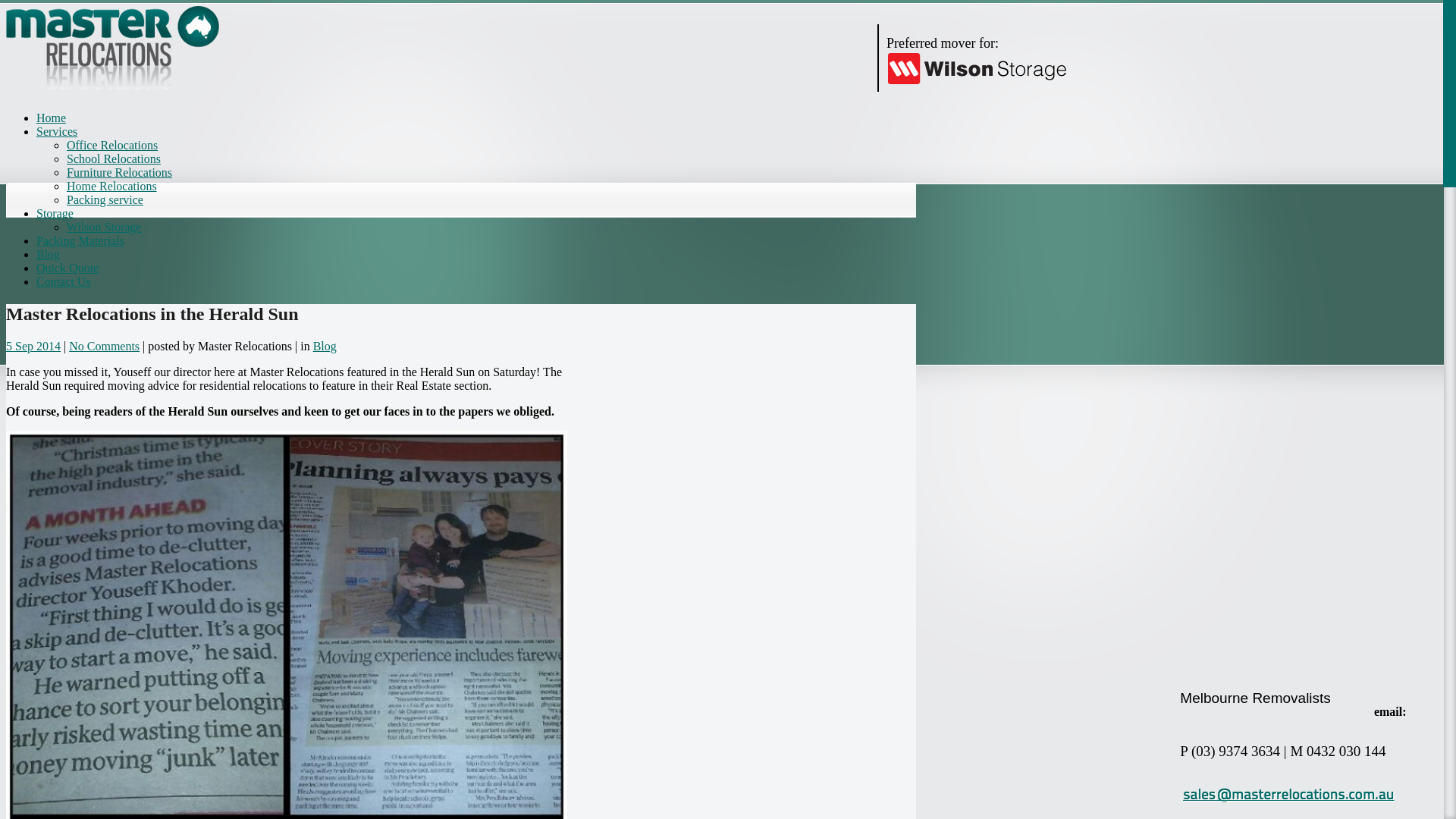  Describe the element at coordinates (57, 130) in the screenshot. I see `'Services'` at that location.